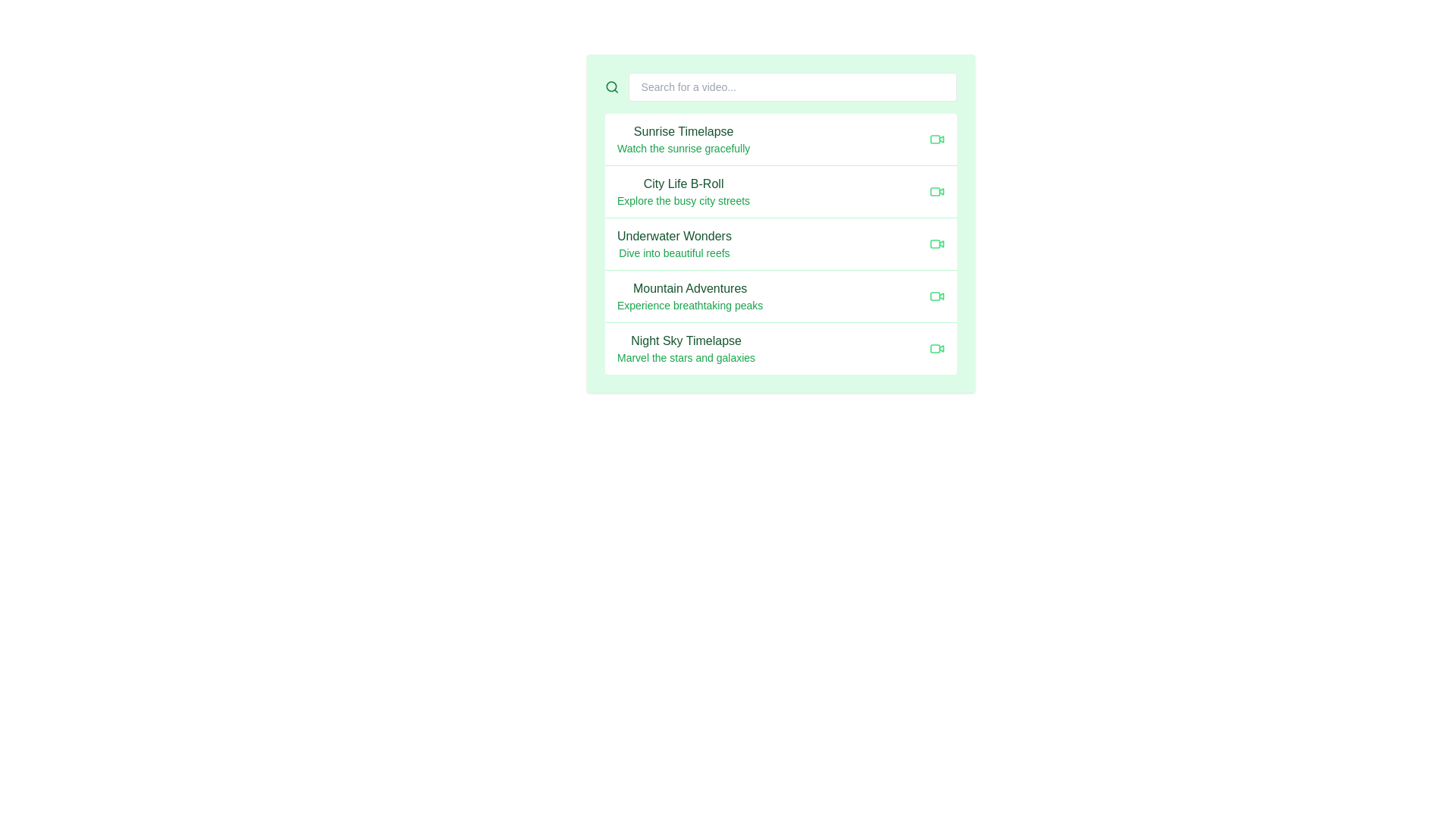  I want to click on the decorative circular graphical element that is part of a search icon, located at the left end of a white rectangular input field, so click(611, 86).